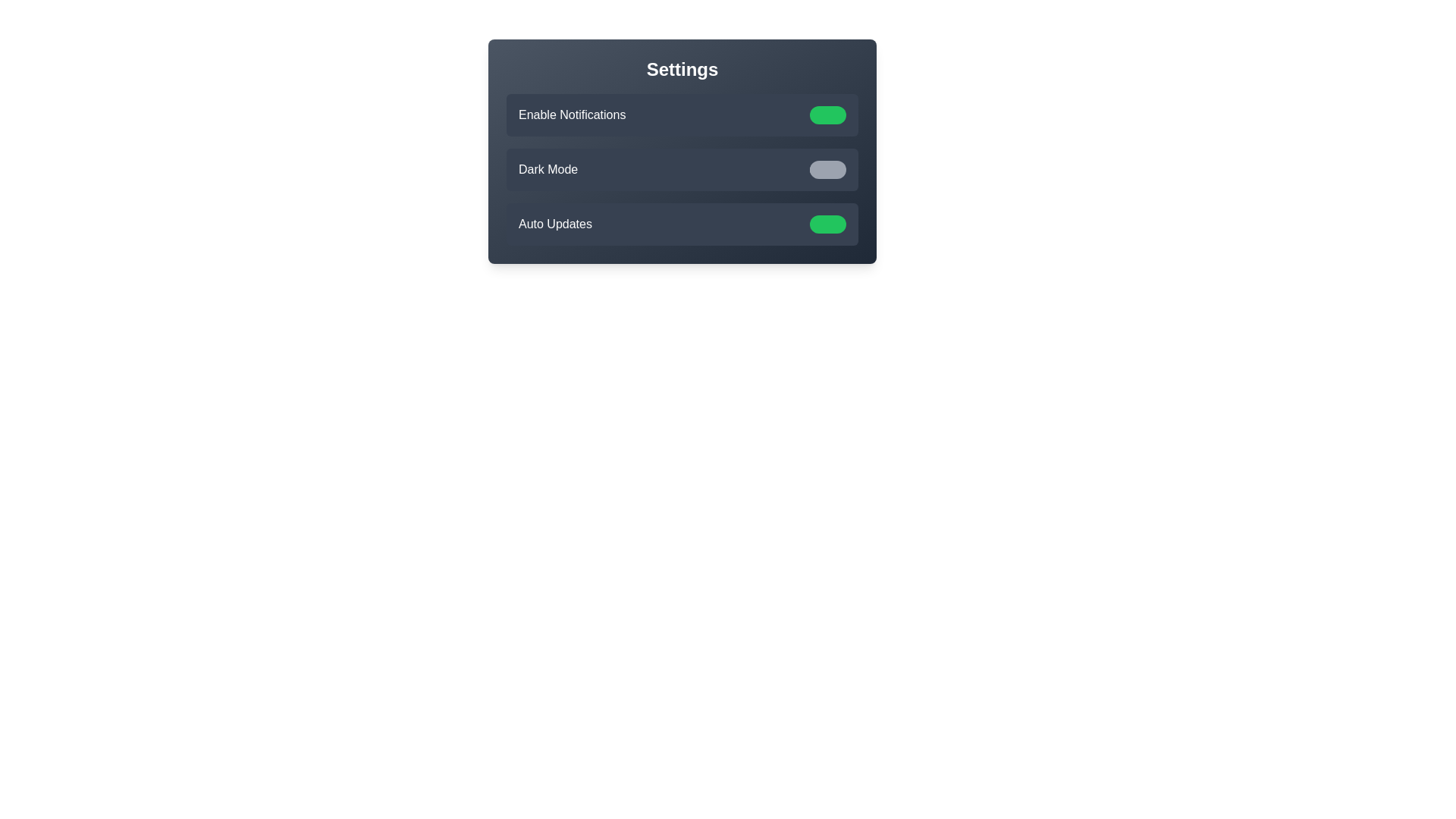 The image size is (1456, 819). What do you see at coordinates (827, 114) in the screenshot?
I see `the state of the toggle switch for Enable Notifications` at bounding box center [827, 114].